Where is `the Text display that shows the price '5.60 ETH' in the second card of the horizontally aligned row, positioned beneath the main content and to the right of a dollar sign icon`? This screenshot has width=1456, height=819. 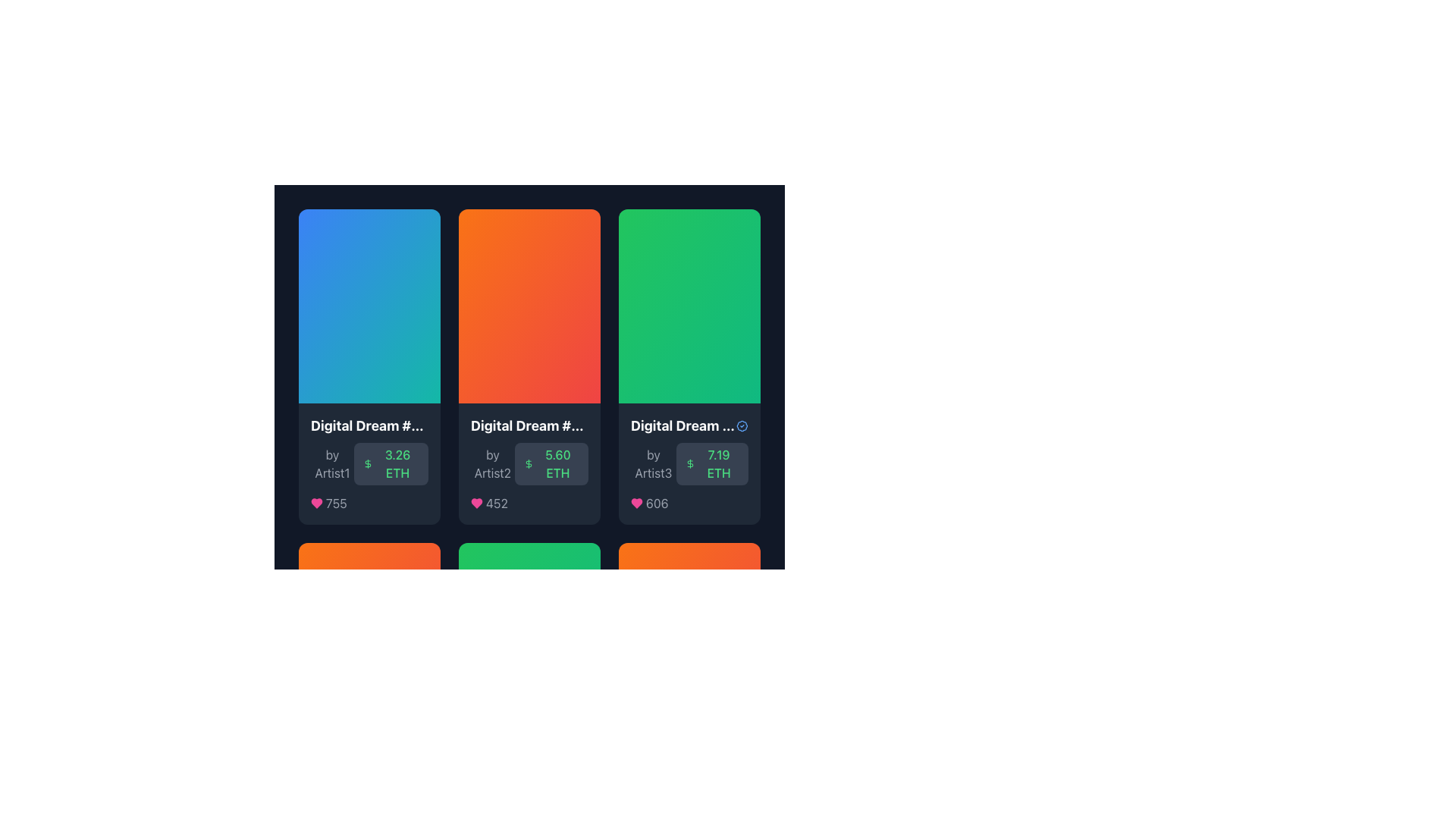 the Text display that shows the price '5.60 ETH' in the second card of the horizontally aligned row, positioned beneath the main content and to the right of a dollar sign icon is located at coordinates (557, 463).